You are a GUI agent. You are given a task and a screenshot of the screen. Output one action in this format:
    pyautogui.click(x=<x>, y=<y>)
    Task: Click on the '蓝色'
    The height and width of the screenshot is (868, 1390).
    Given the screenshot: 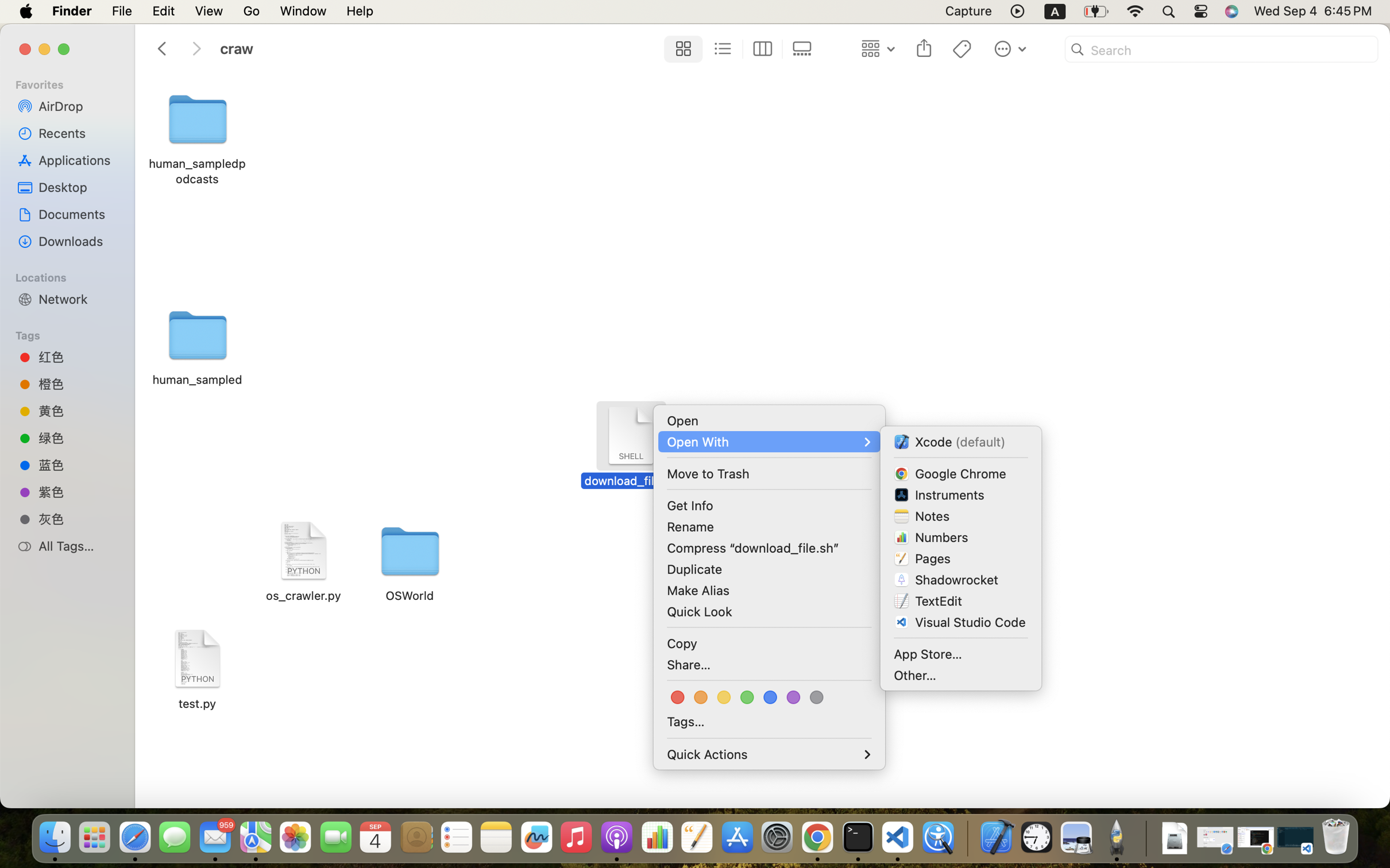 What is the action you would take?
    pyautogui.click(x=77, y=464)
    